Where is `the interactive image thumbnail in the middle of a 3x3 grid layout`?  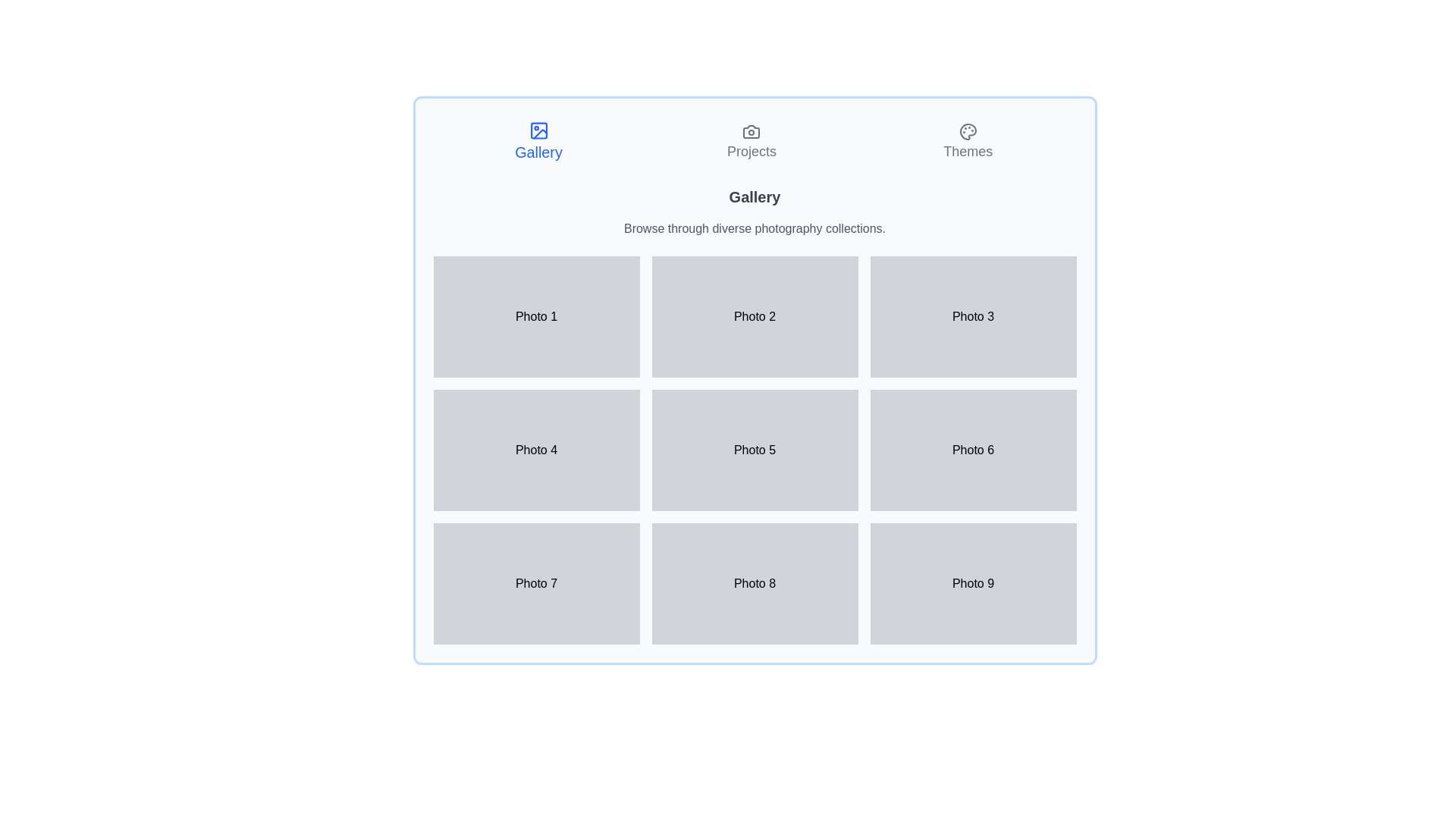
the interactive image thumbnail in the middle of a 3x3 grid layout is located at coordinates (755, 450).